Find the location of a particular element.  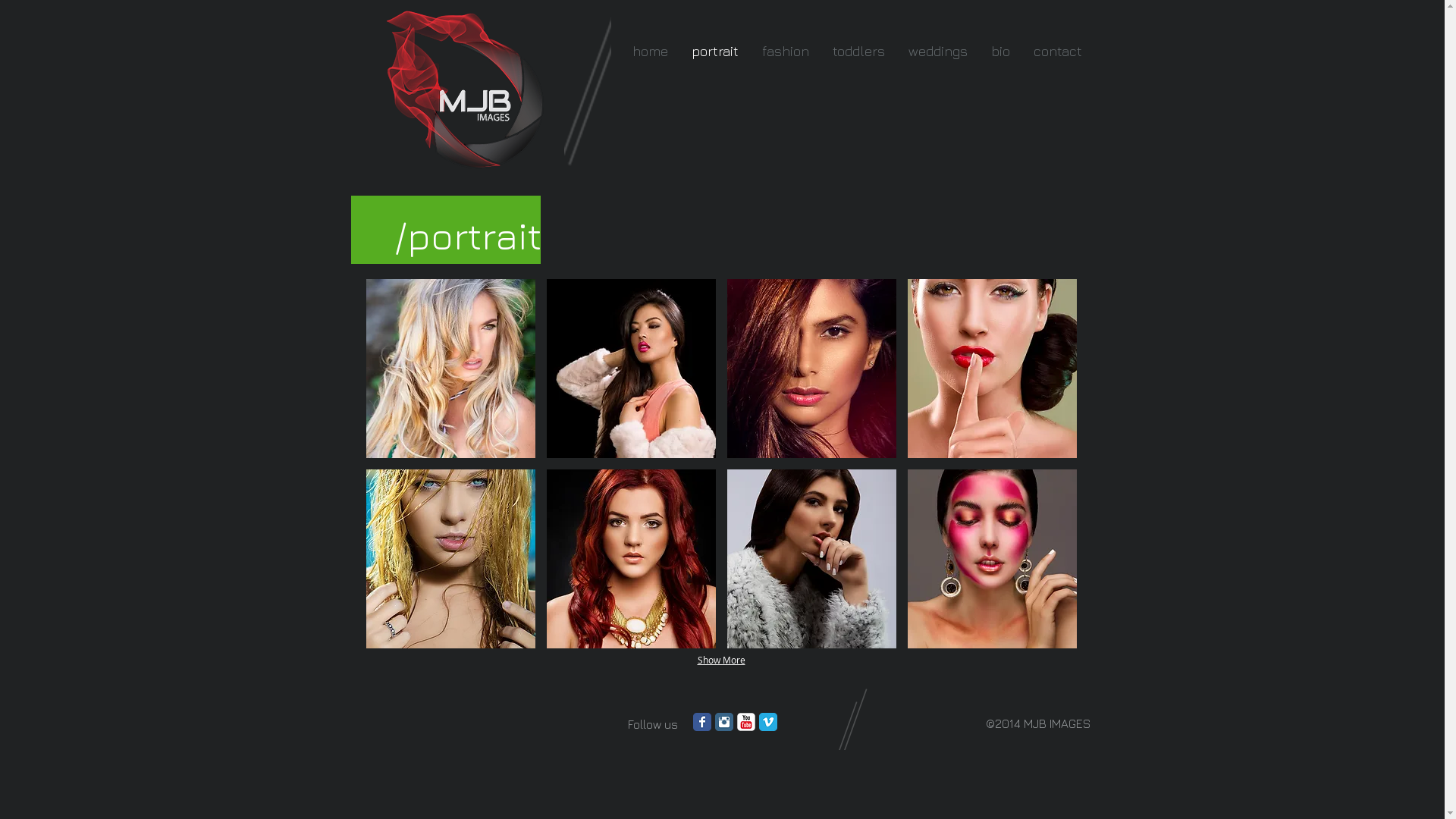

'home' is located at coordinates (619, 50).